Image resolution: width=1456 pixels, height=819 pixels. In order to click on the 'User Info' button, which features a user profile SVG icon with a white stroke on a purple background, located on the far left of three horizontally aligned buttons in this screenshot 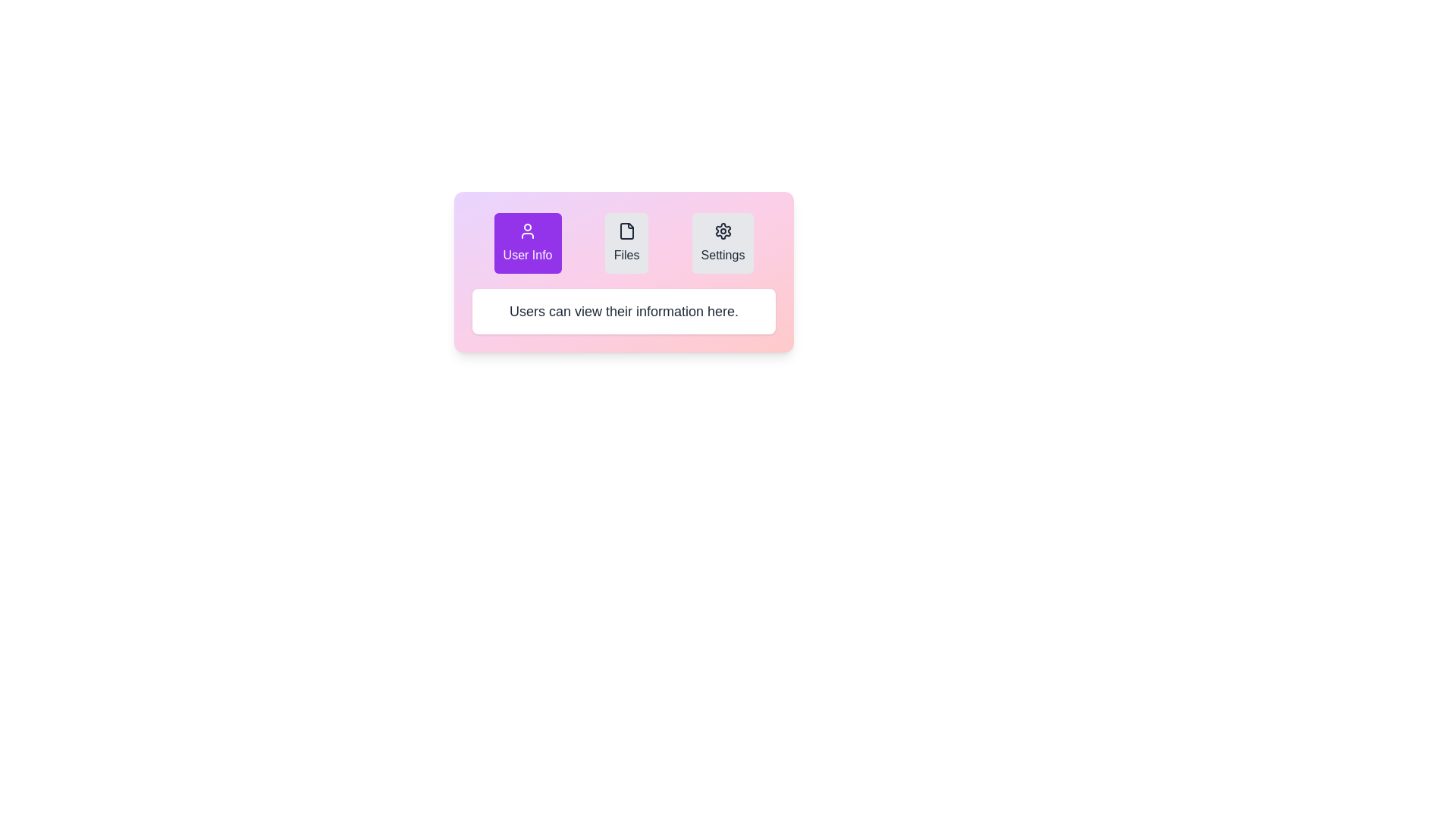, I will do `click(528, 231)`.